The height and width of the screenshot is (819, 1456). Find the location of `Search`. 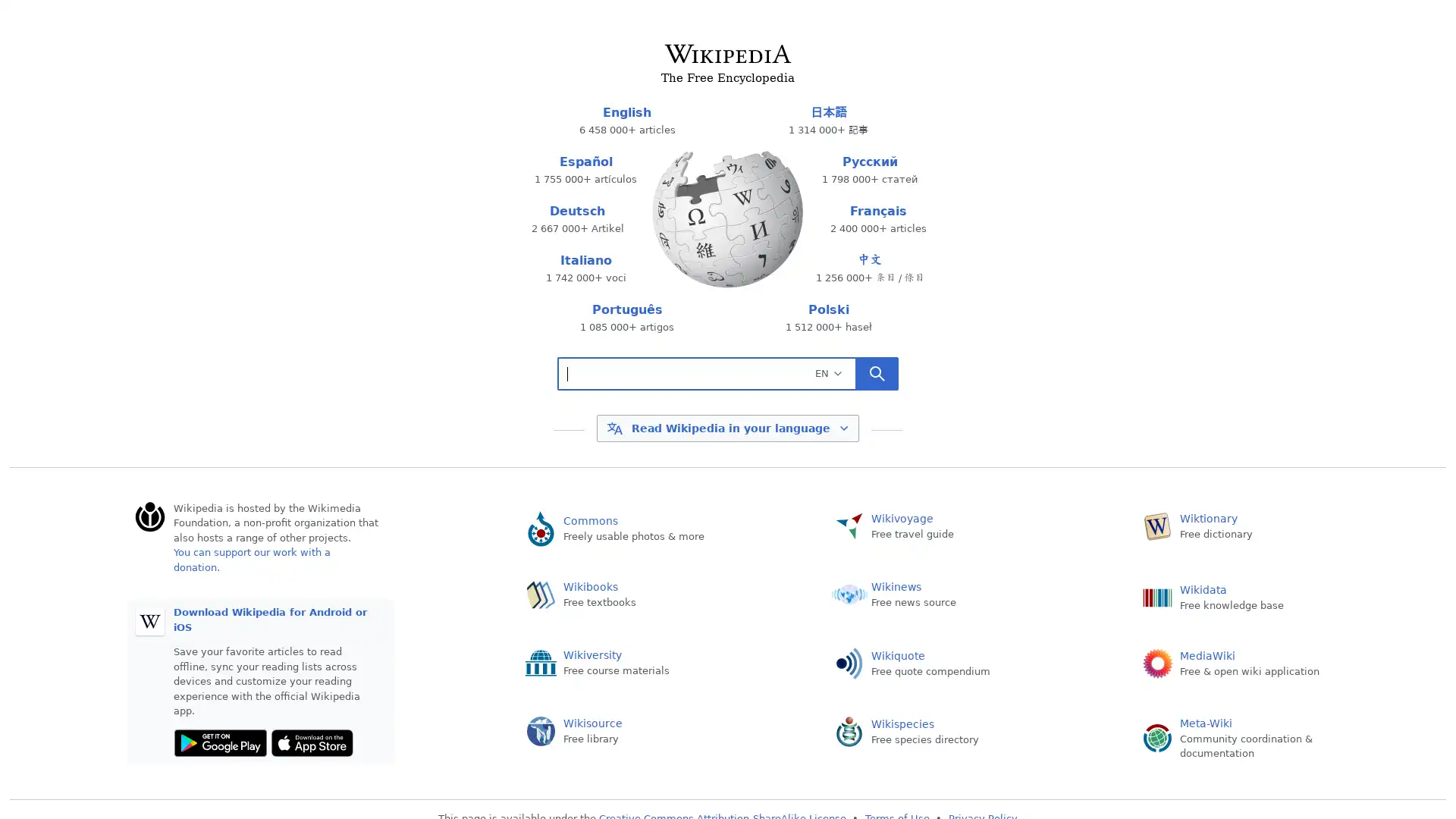

Search is located at coordinates (877, 374).